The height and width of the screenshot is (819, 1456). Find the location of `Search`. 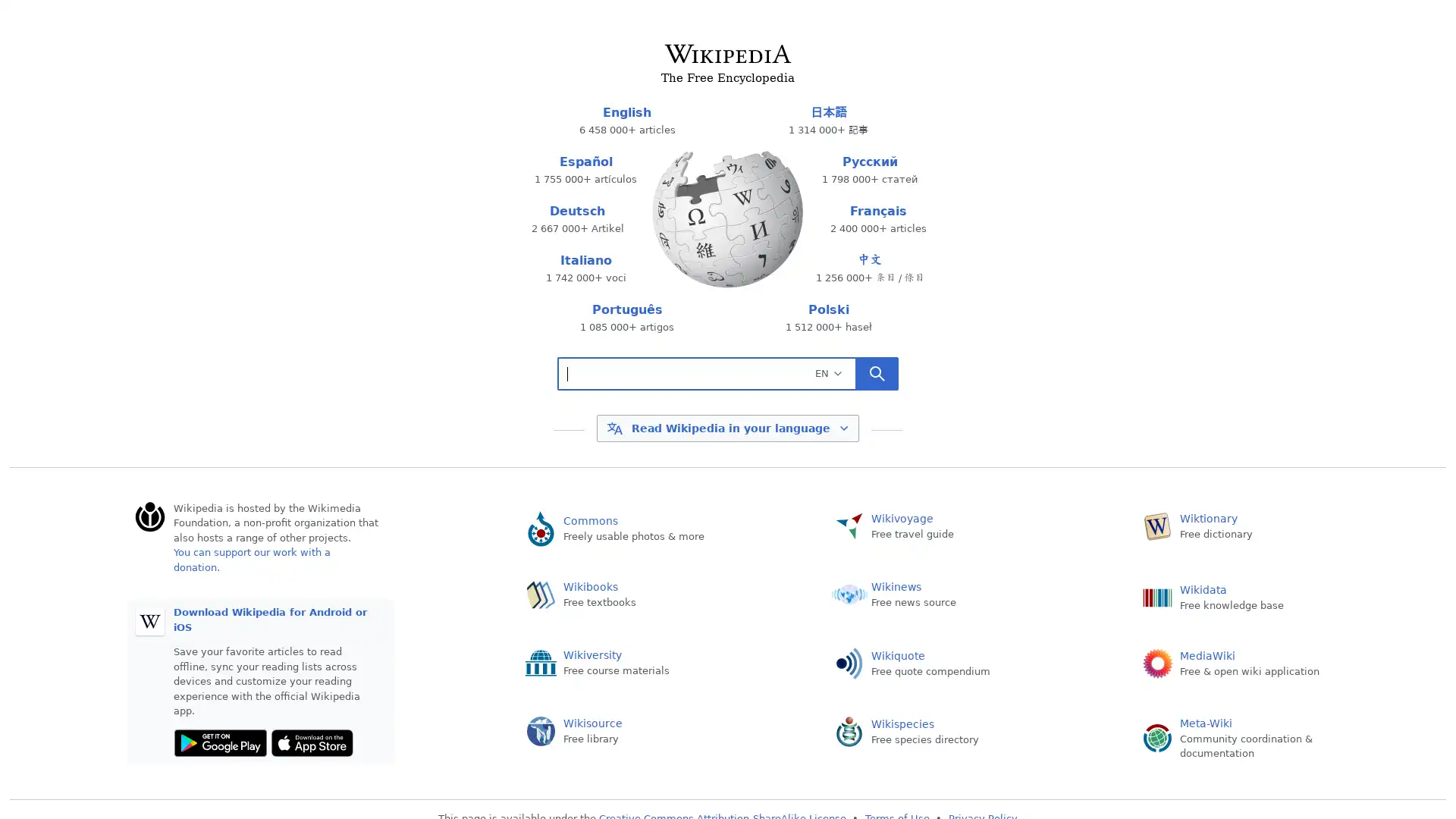

Search is located at coordinates (877, 374).